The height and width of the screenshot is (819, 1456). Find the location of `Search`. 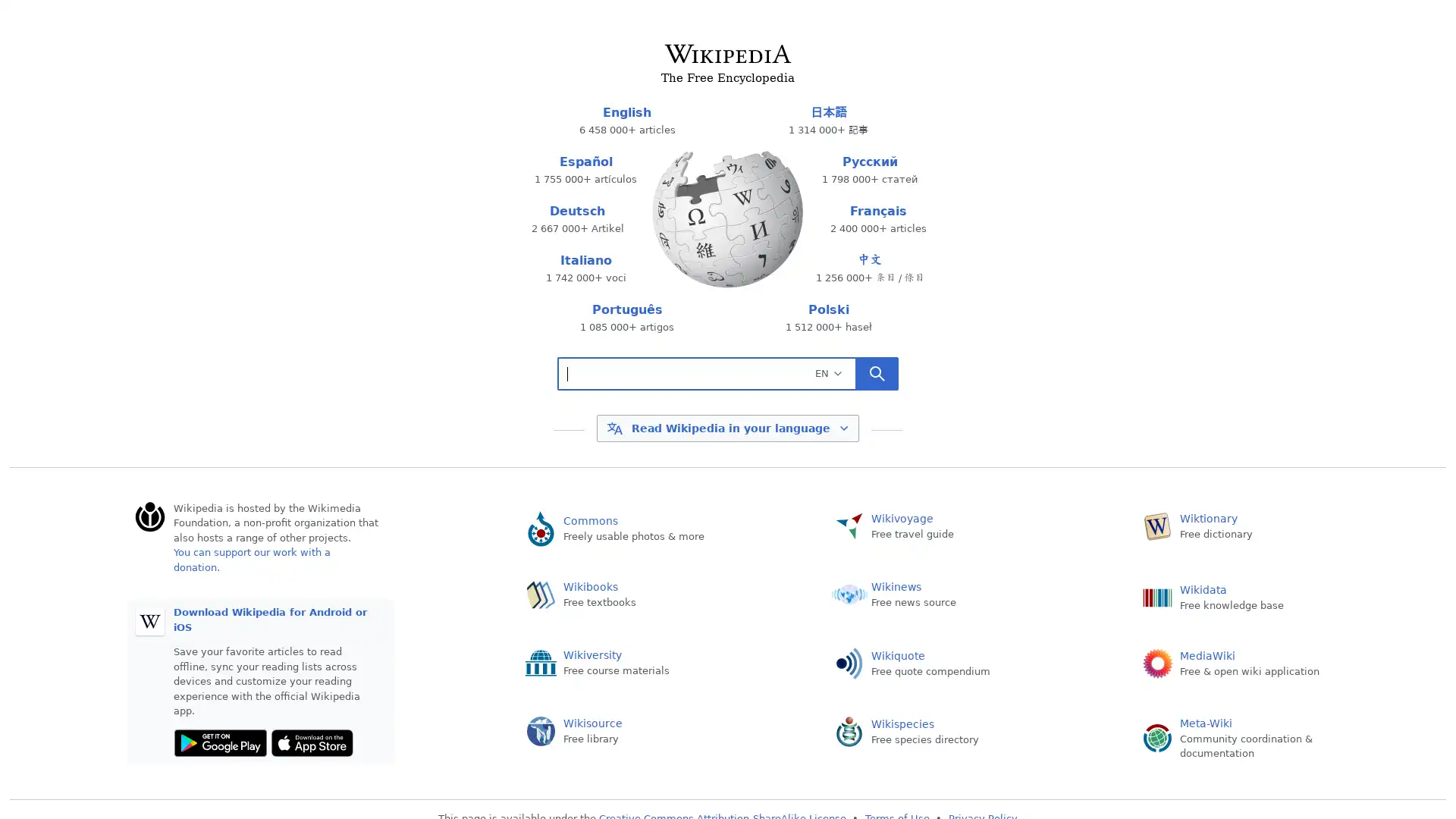

Search is located at coordinates (877, 374).